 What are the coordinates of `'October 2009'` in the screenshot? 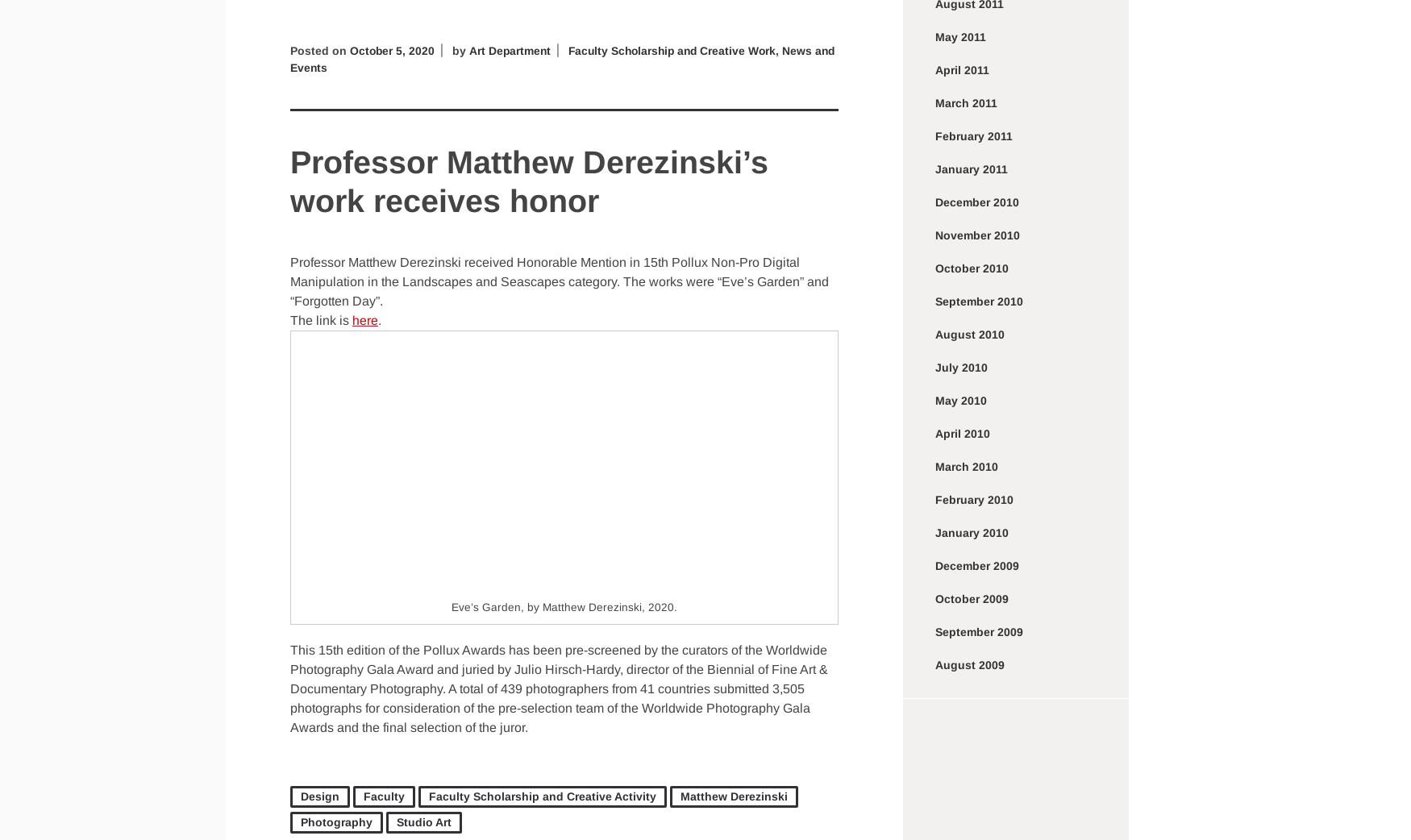 It's located at (934, 598).